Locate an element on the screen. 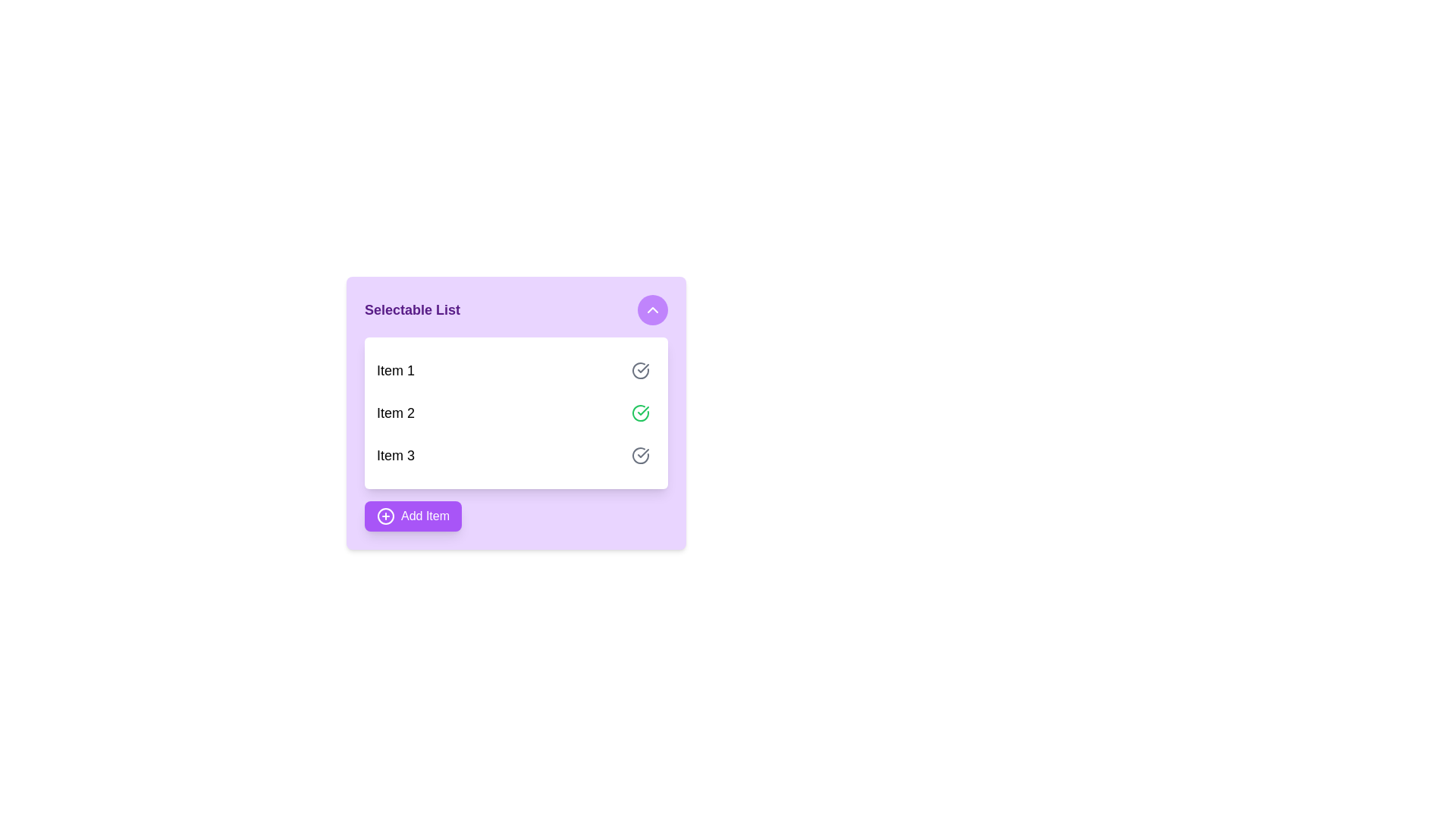 The height and width of the screenshot is (819, 1456). the toggle icon located on the far right side of the second row, next to the 'Item 2' label, to change its state is located at coordinates (643, 411).